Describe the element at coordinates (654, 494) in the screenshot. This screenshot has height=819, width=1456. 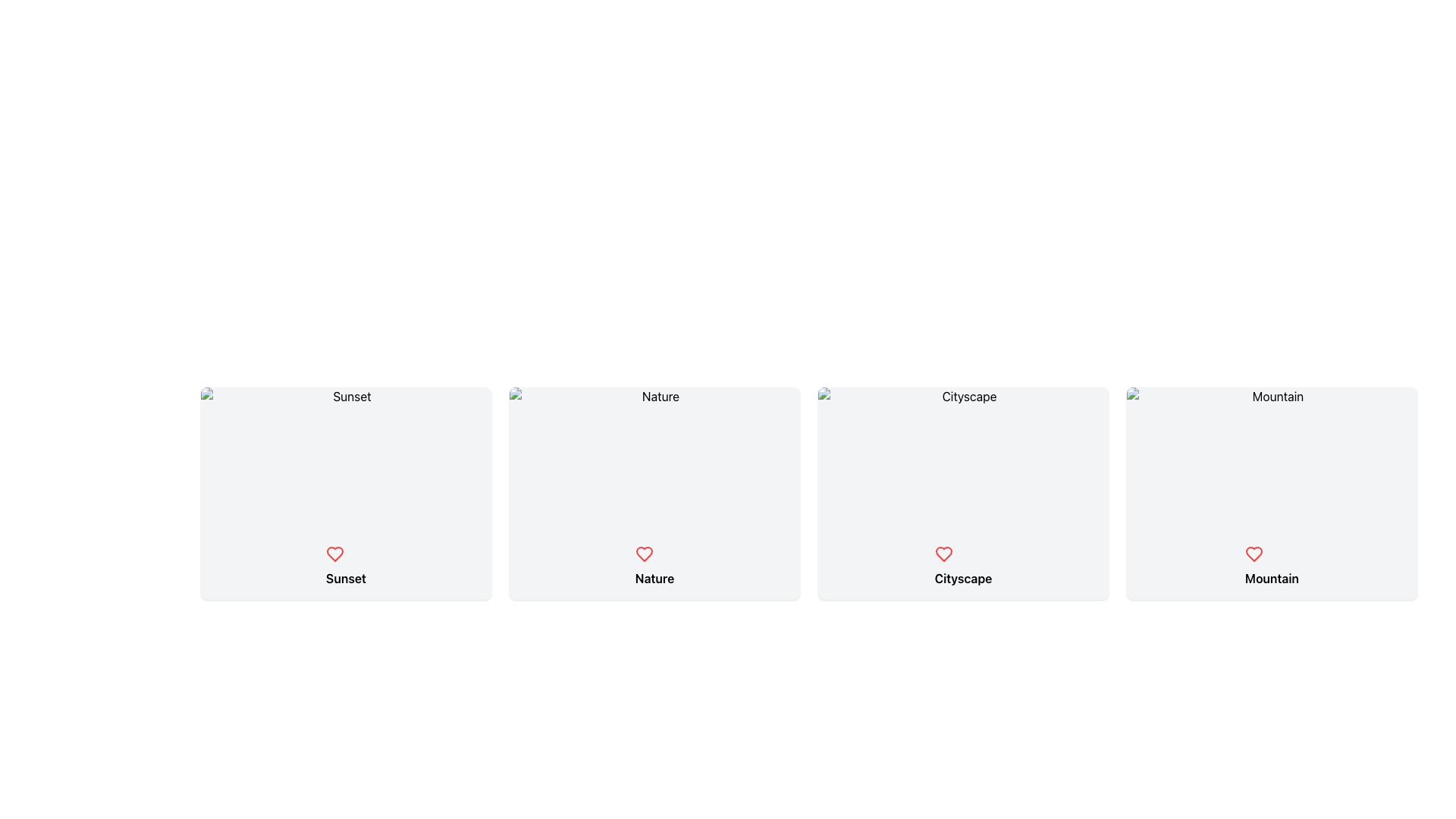
I see `to select the 'Nature' category card, which is the second card in a grid of four cards, positioned in the second column between the 'Sunset' and 'Cityscape' cards` at that location.